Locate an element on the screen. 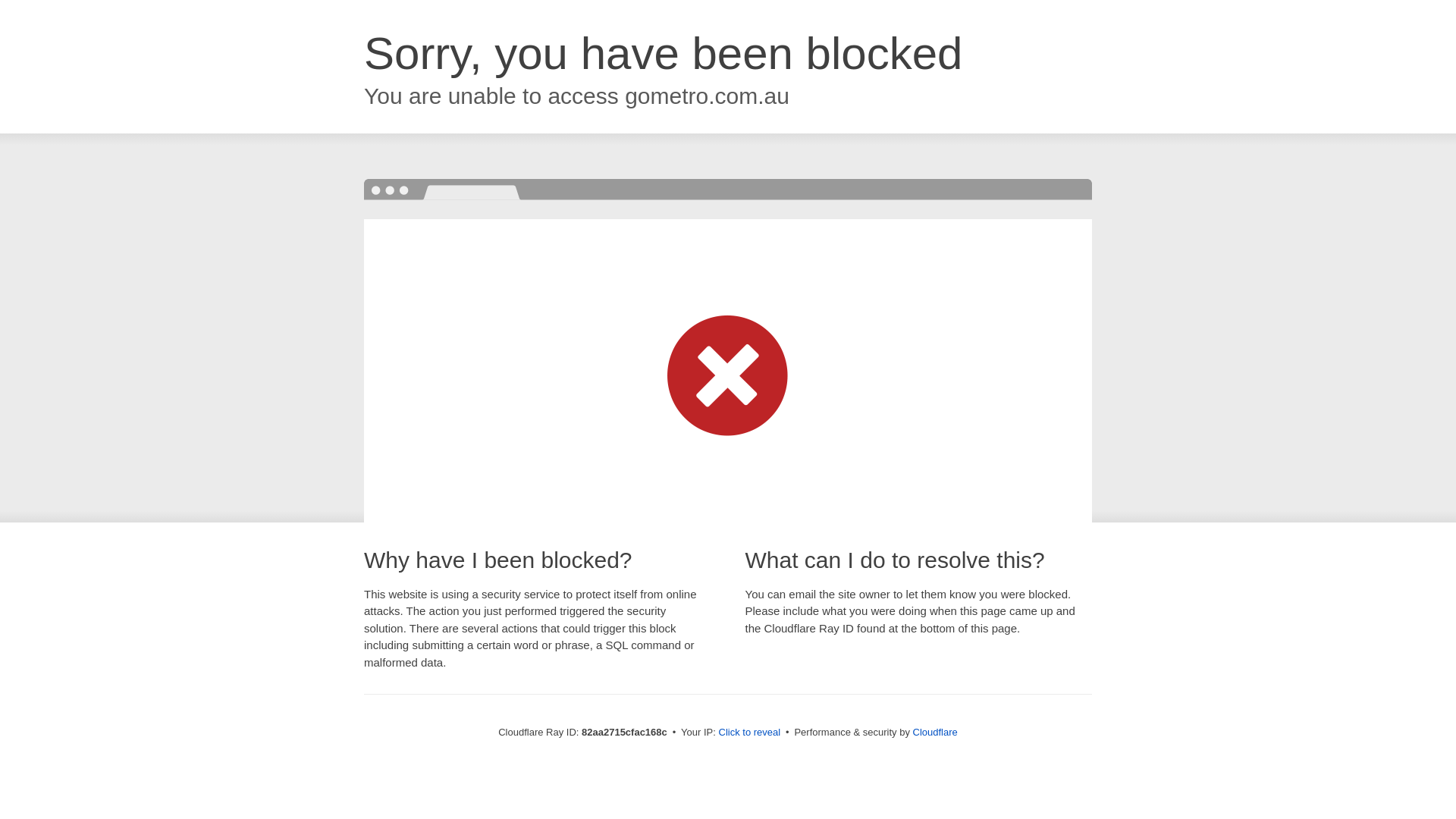 The width and height of the screenshot is (1456, 819). 'Cloudflare' is located at coordinates (934, 731).